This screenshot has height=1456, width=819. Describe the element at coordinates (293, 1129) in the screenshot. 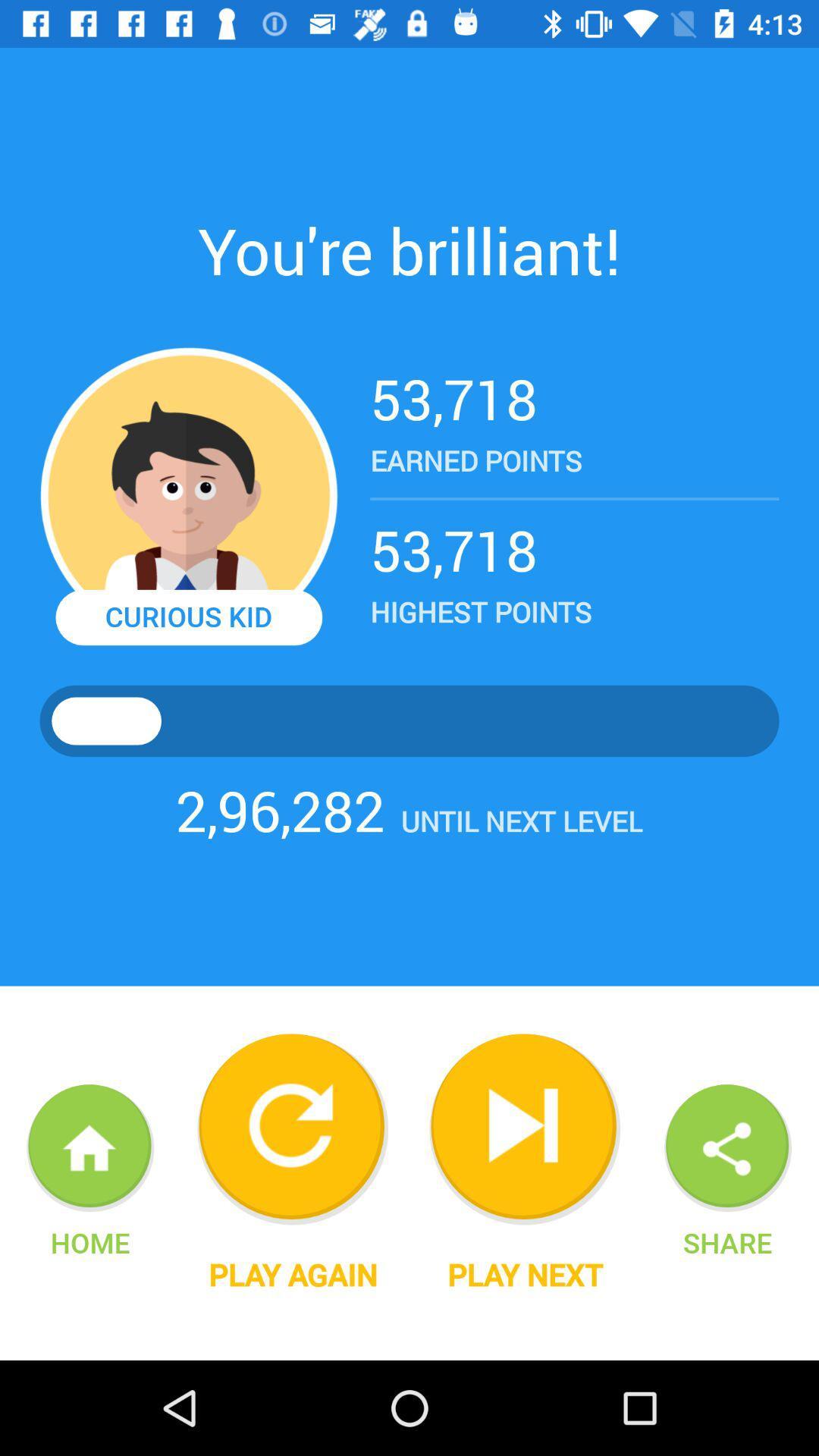

I see `again` at that location.